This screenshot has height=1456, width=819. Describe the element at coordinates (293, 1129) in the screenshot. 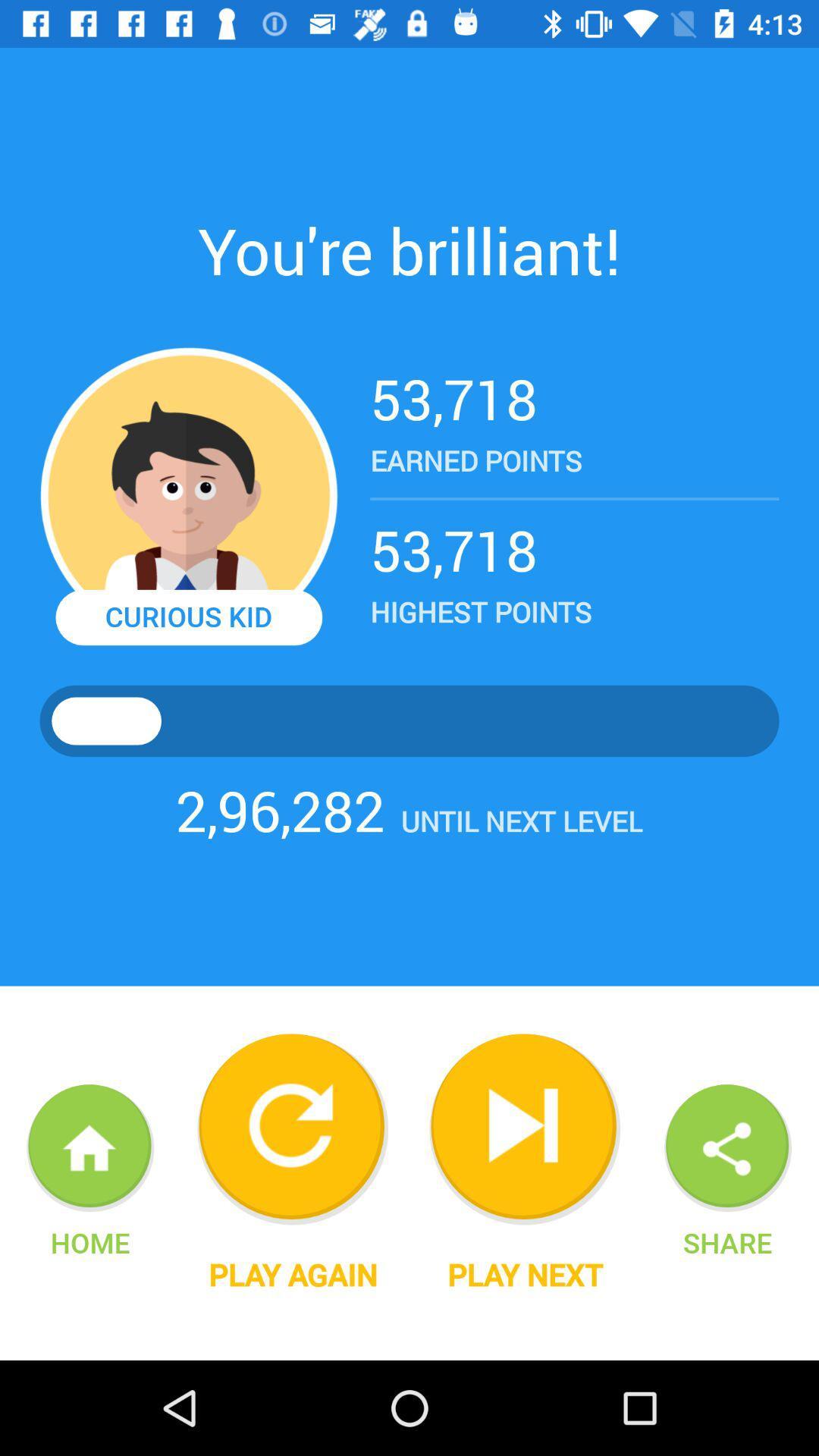

I see `again` at that location.